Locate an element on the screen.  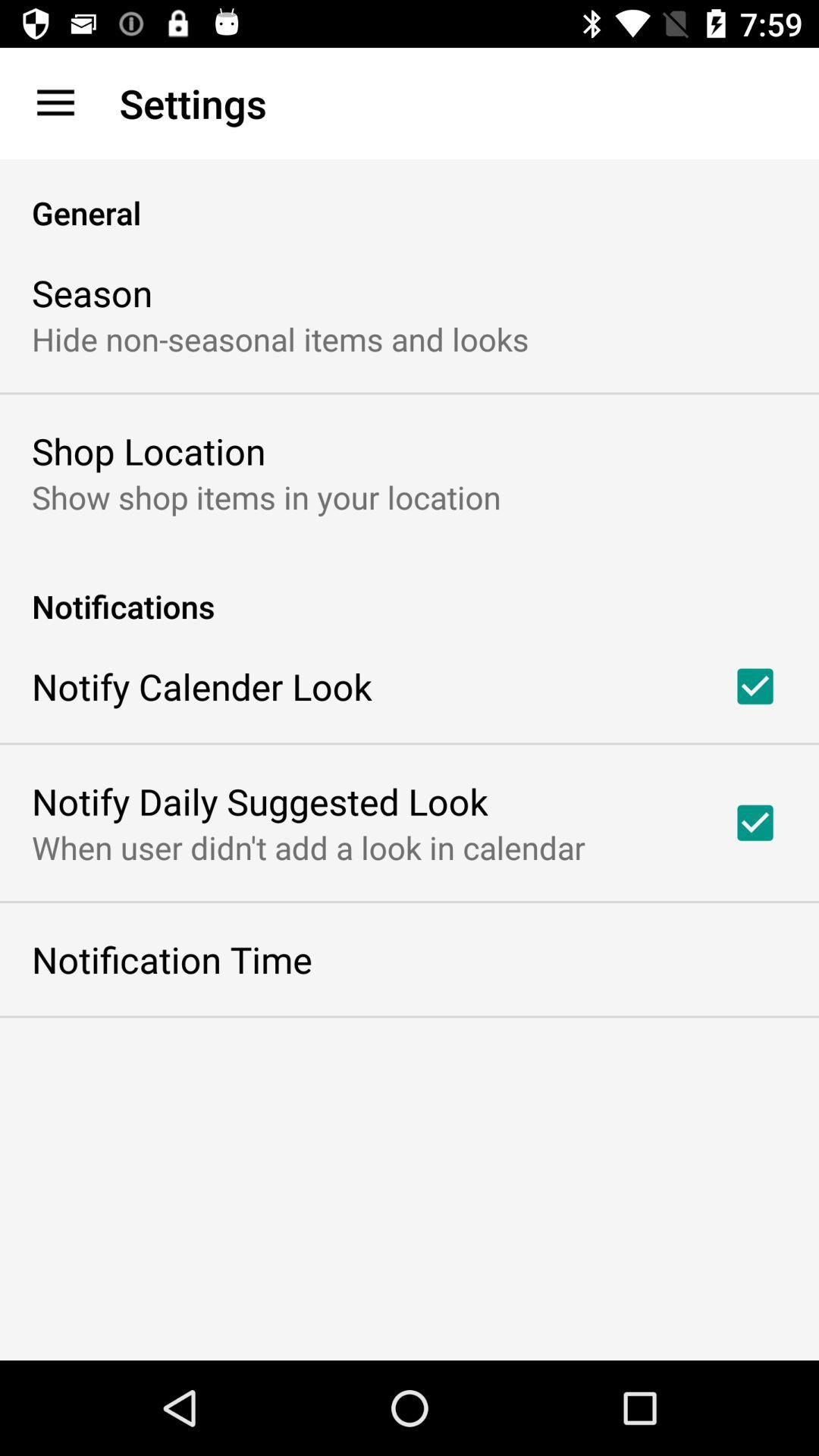
notify daily suggested is located at coordinates (259, 800).